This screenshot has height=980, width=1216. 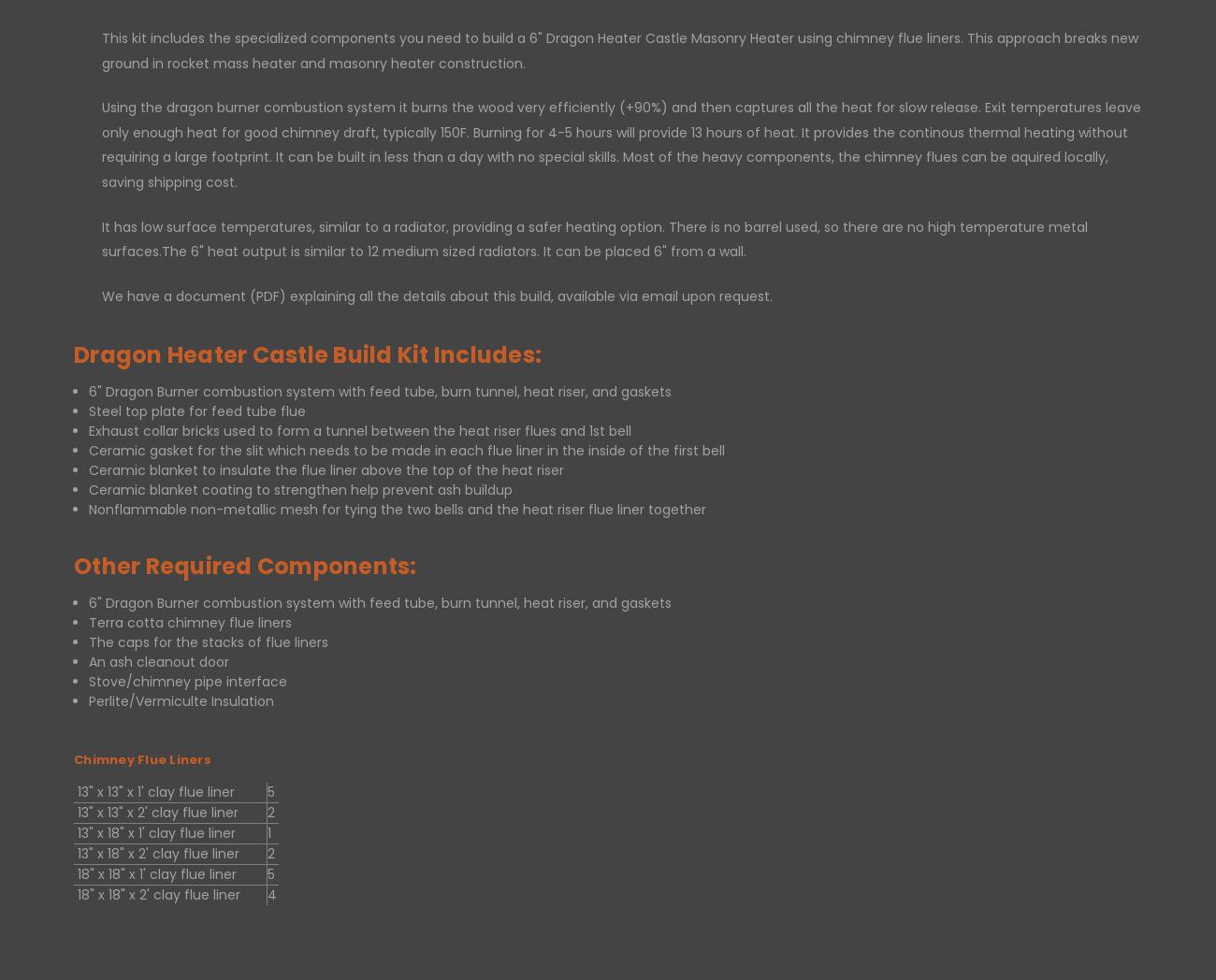 I want to click on 'Connect With Us', so click(x=700, y=458).